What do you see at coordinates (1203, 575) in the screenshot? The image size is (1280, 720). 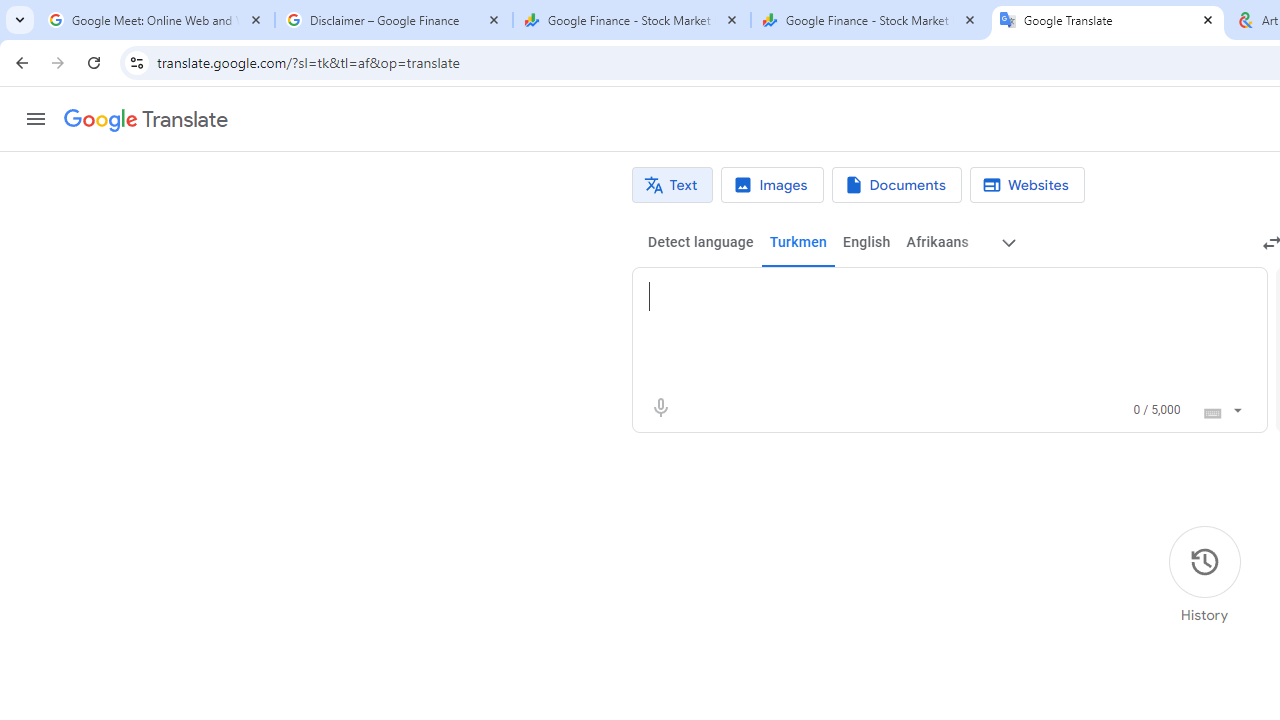 I see `'History'` at bounding box center [1203, 575].